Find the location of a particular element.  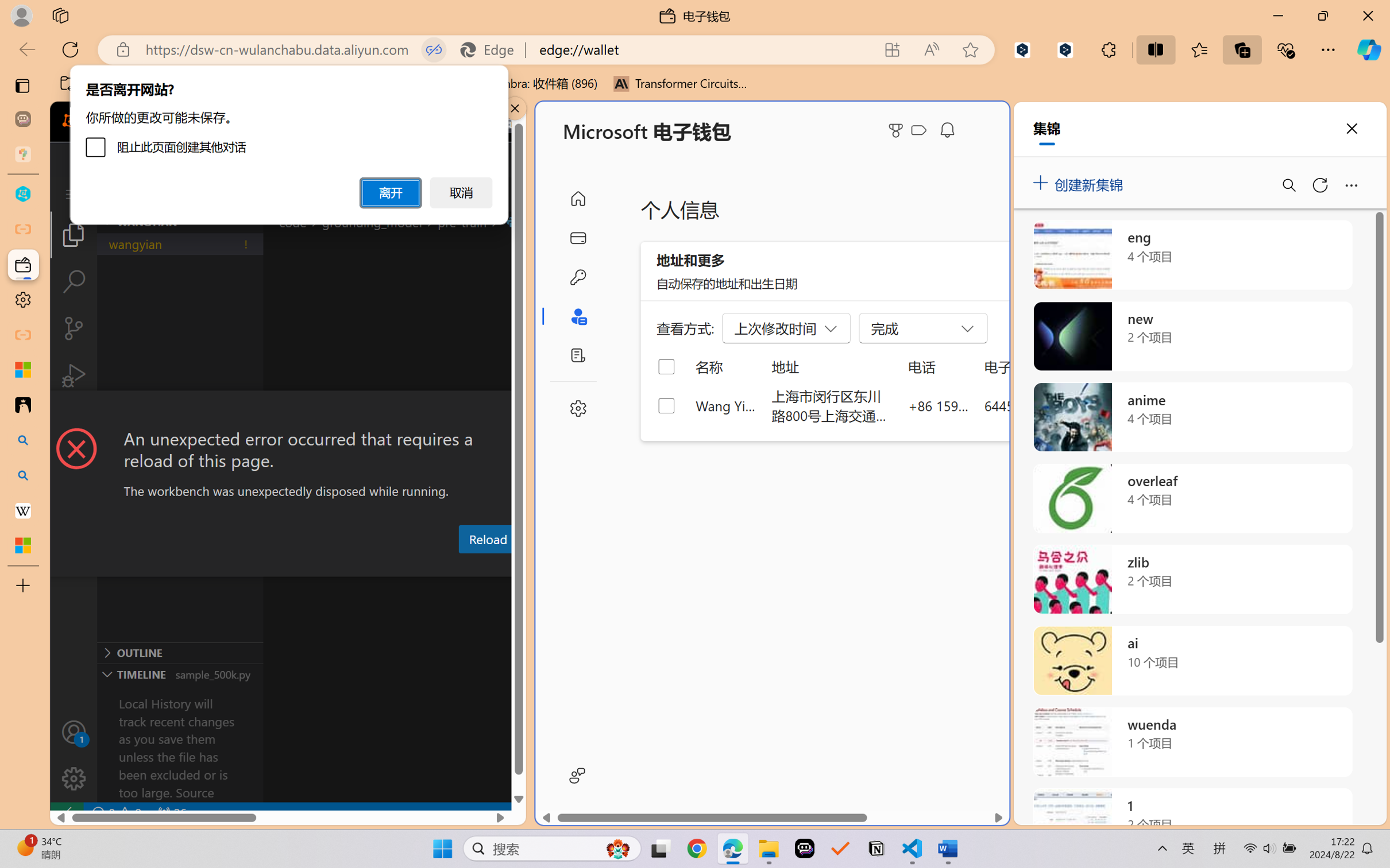

'No Problems' is located at coordinates (115, 812).